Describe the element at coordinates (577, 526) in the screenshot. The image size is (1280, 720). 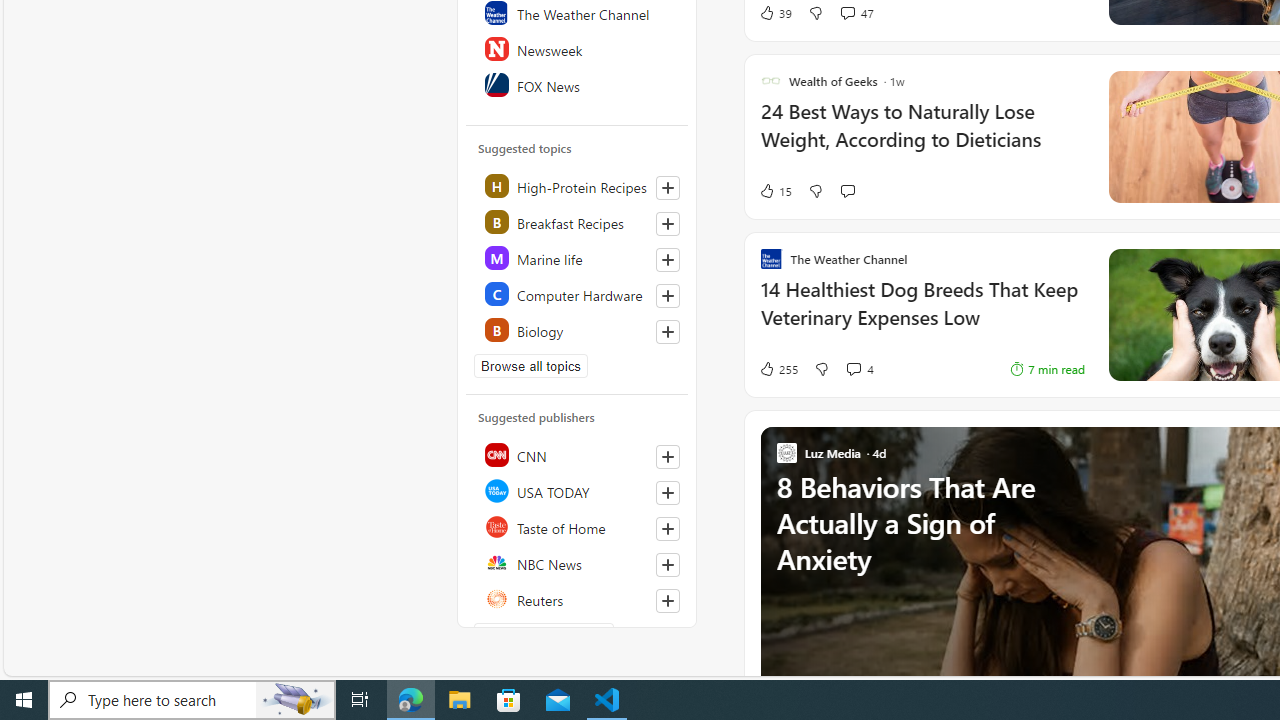
I see `'Taste of Home'` at that location.